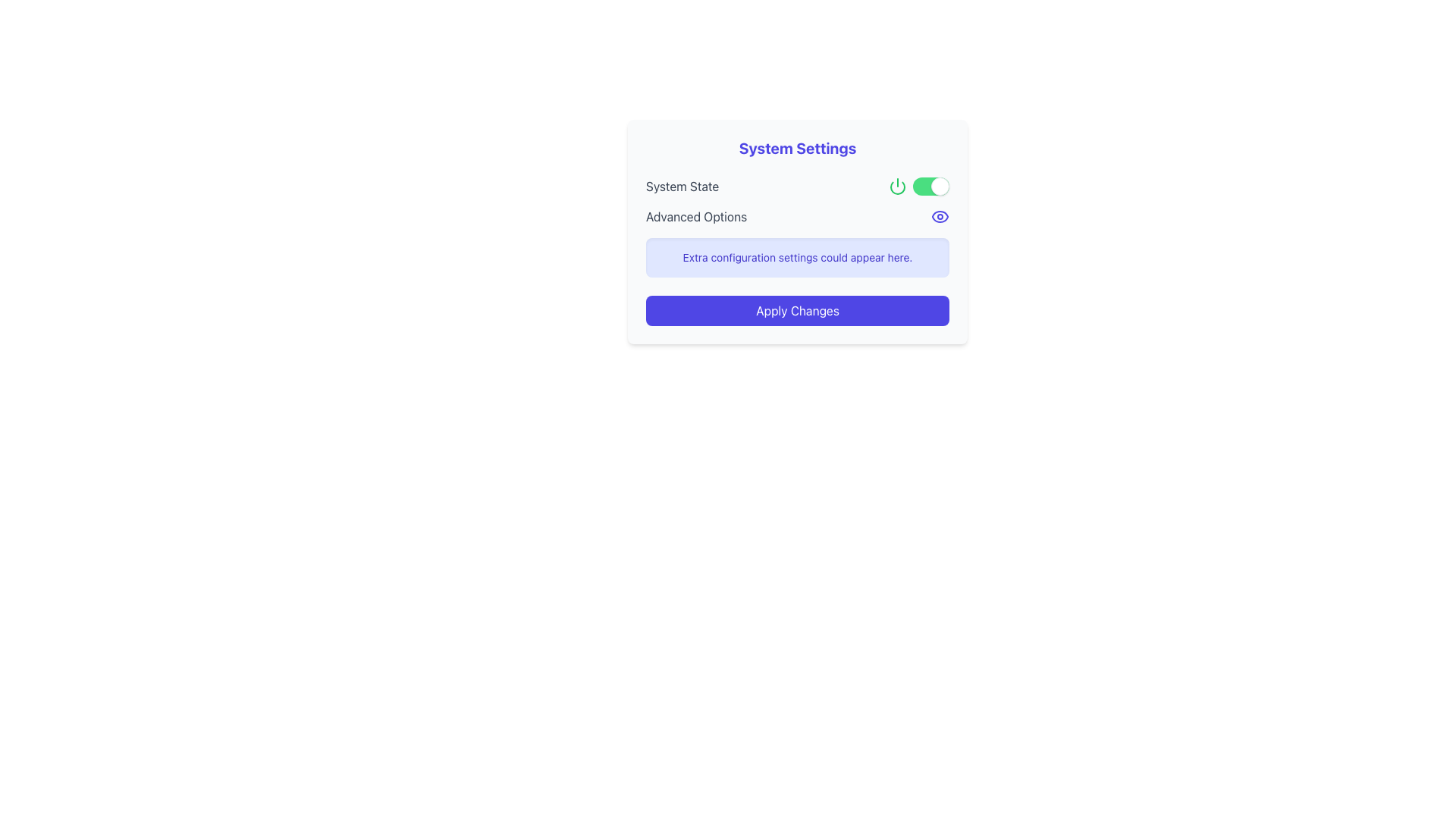 The image size is (1456, 819). I want to click on the toggle switch located, so click(918, 186).